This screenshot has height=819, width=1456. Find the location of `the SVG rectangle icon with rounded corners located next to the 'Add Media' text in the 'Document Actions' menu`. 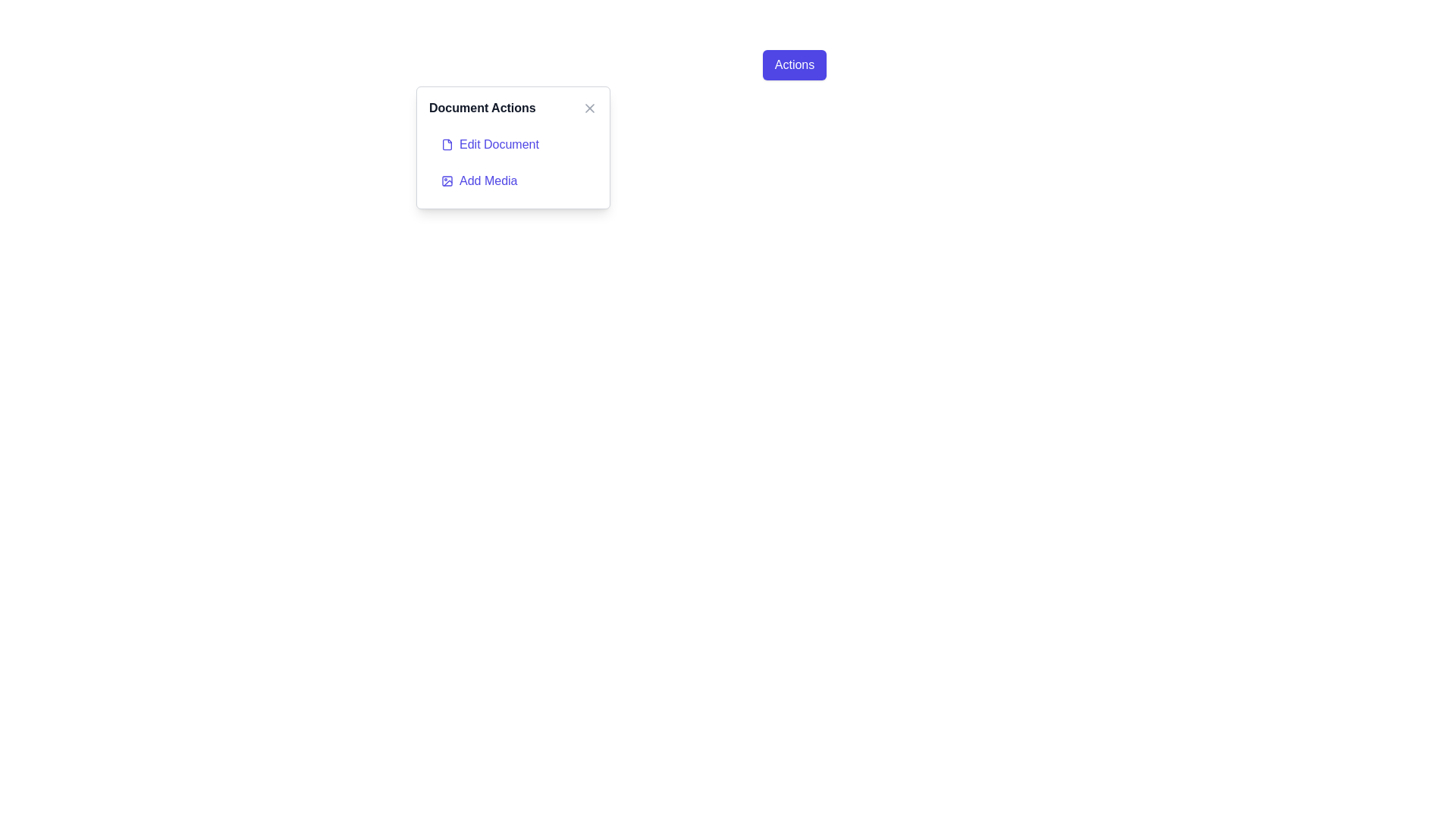

the SVG rectangle icon with rounded corners located next to the 'Add Media' text in the 'Document Actions' menu is located at coordinates (447, 180).